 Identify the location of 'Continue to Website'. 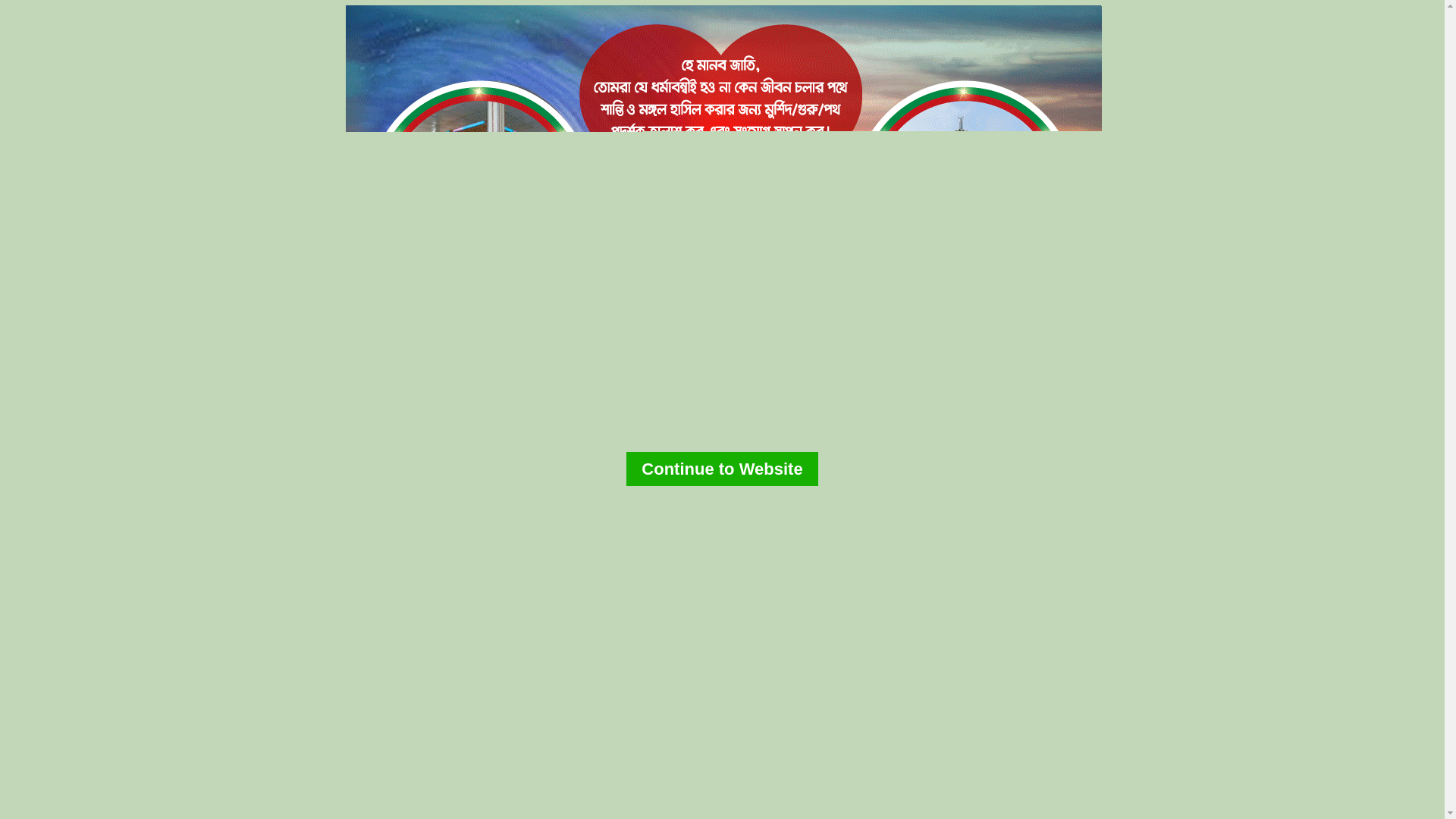
(720, 468).